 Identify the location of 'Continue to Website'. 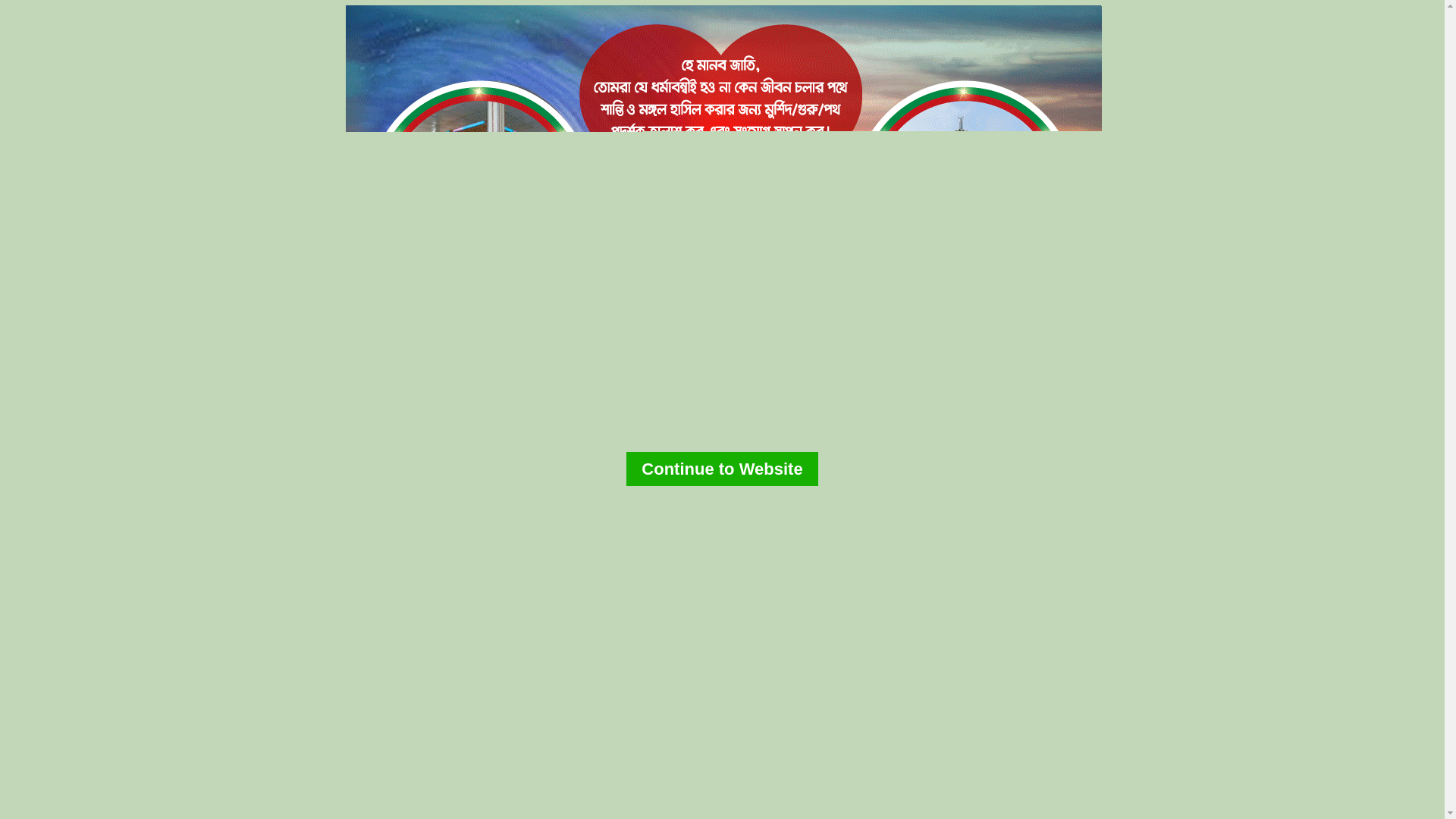
(720, 468).